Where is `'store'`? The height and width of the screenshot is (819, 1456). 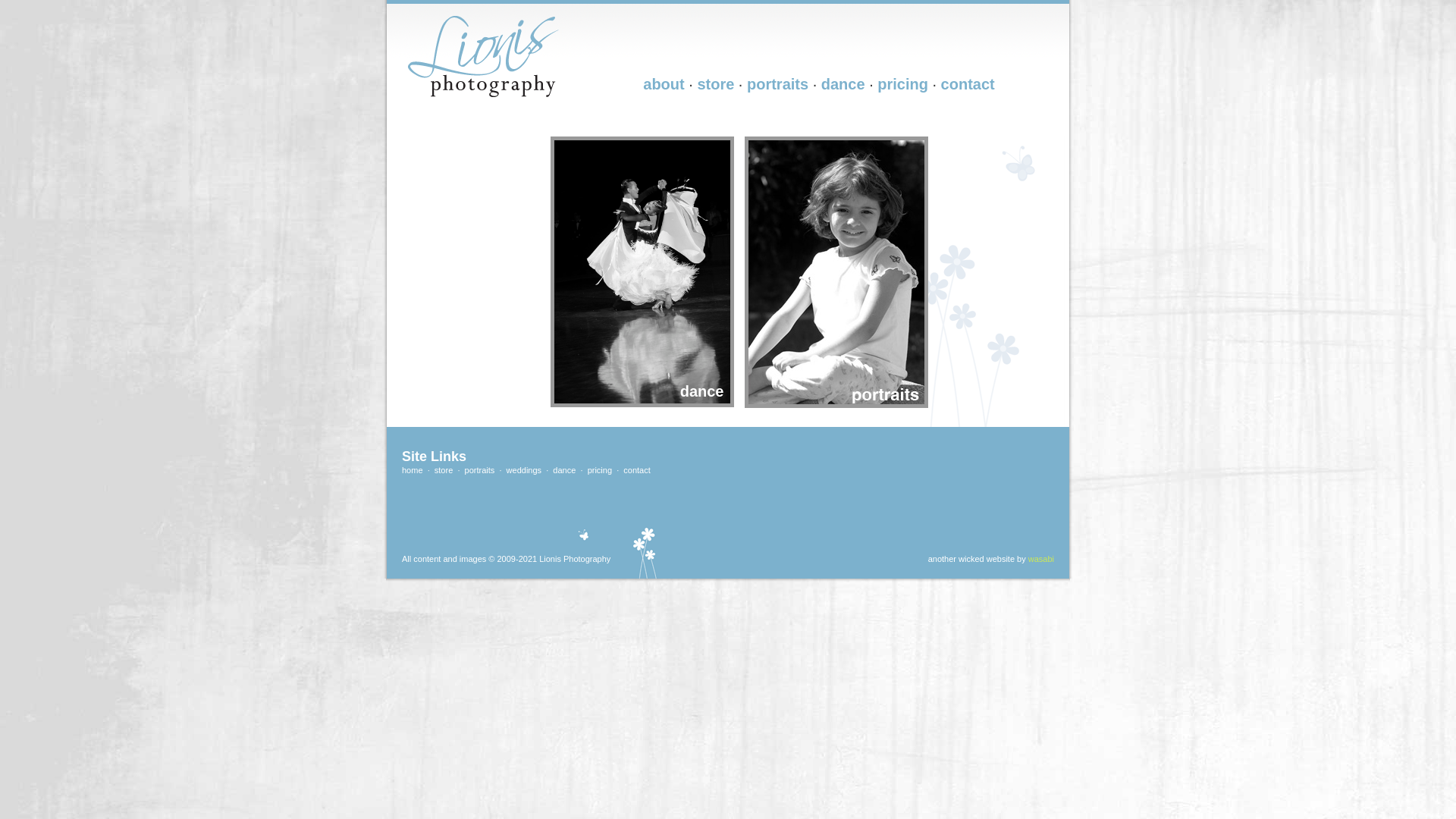 'store' is located at coordinates (433, 469).